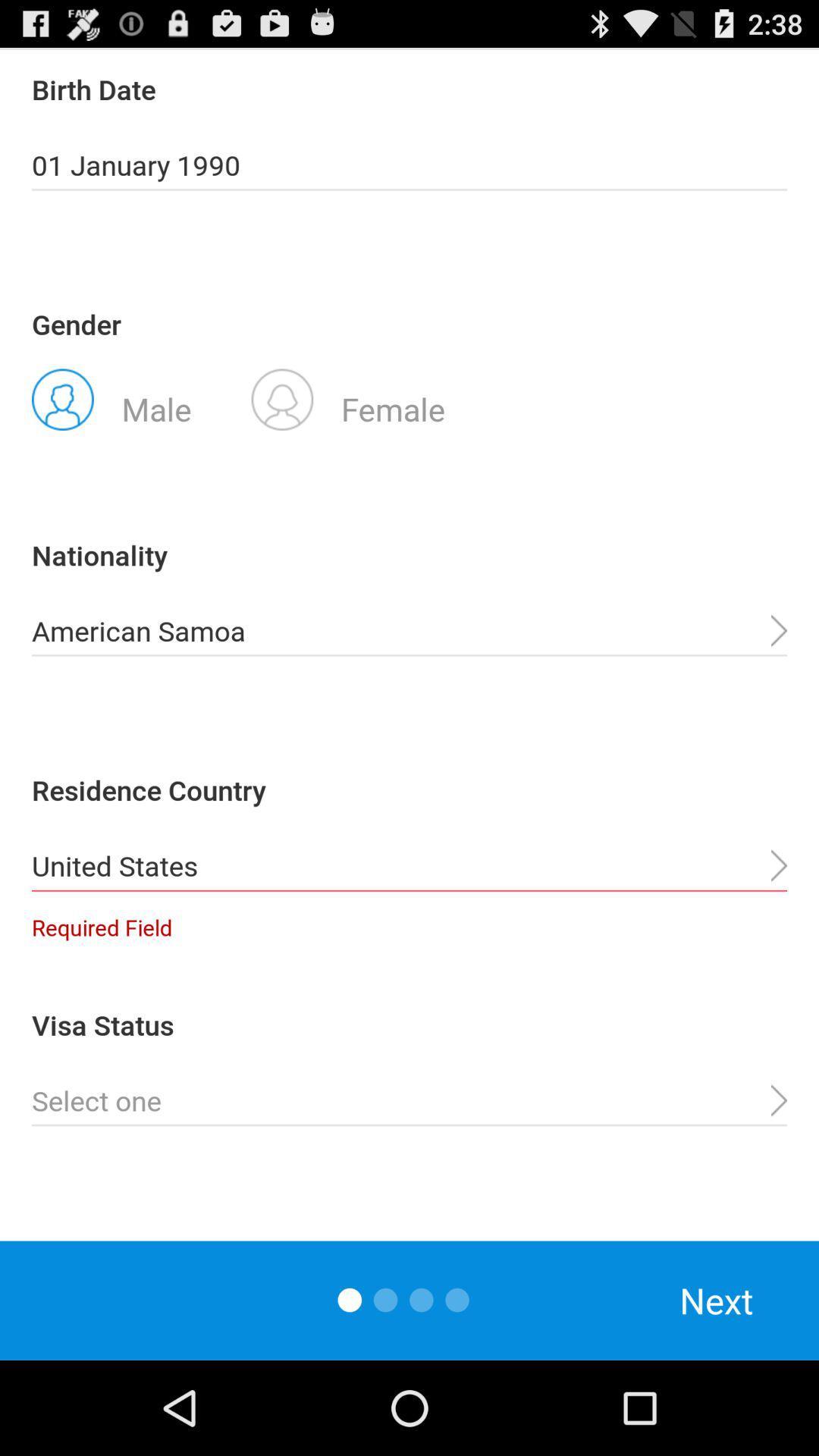  I want to click on item below the 01 january 1990 item, so click(348, 398).